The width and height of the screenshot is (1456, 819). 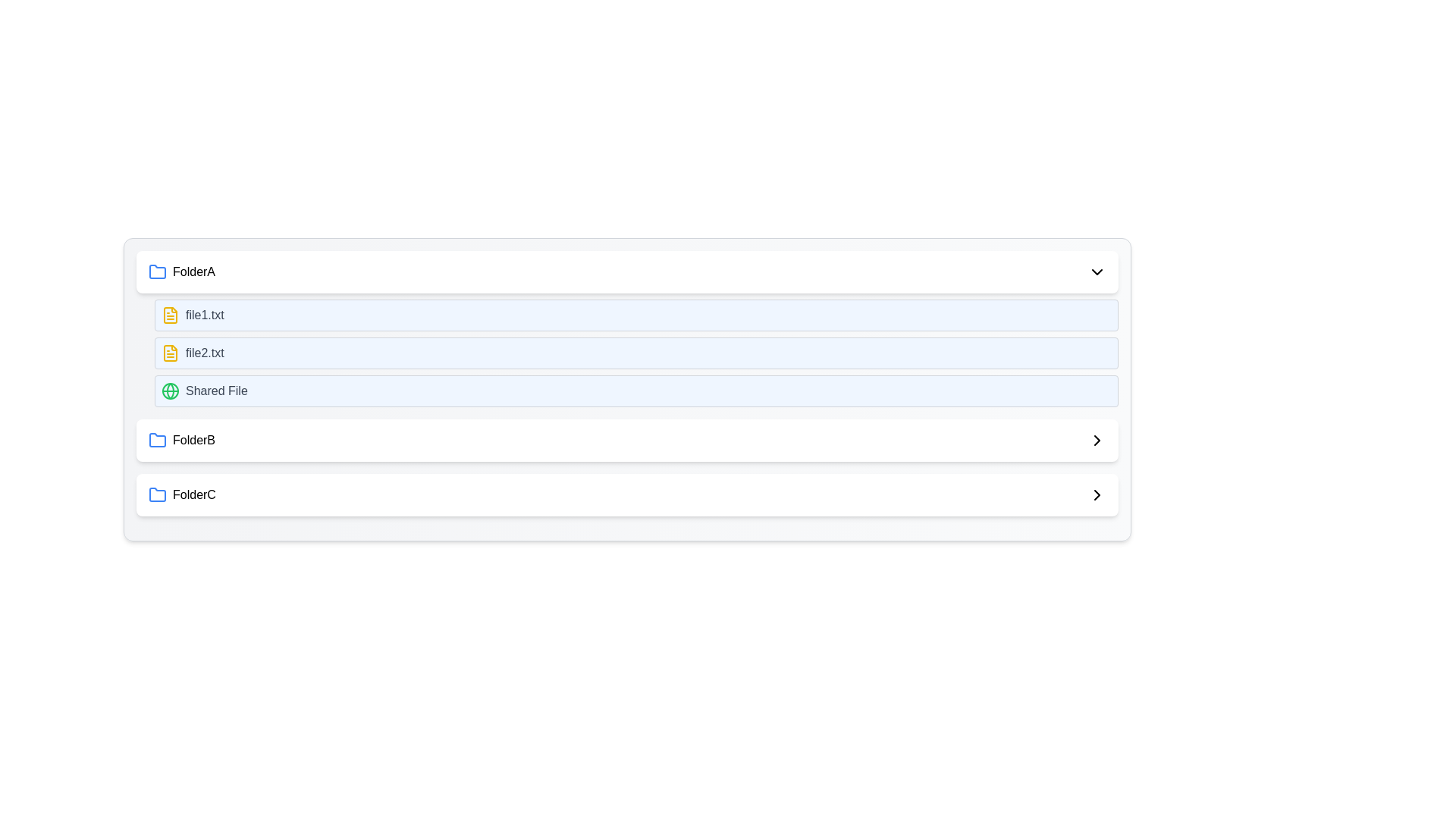 What do you see at coordinates (1097, 441) in the screenshot?
I see `the chevron icon located in the rightmost section of the rectangle associated with 'FolderB'` at bounding box center [1097, 441].